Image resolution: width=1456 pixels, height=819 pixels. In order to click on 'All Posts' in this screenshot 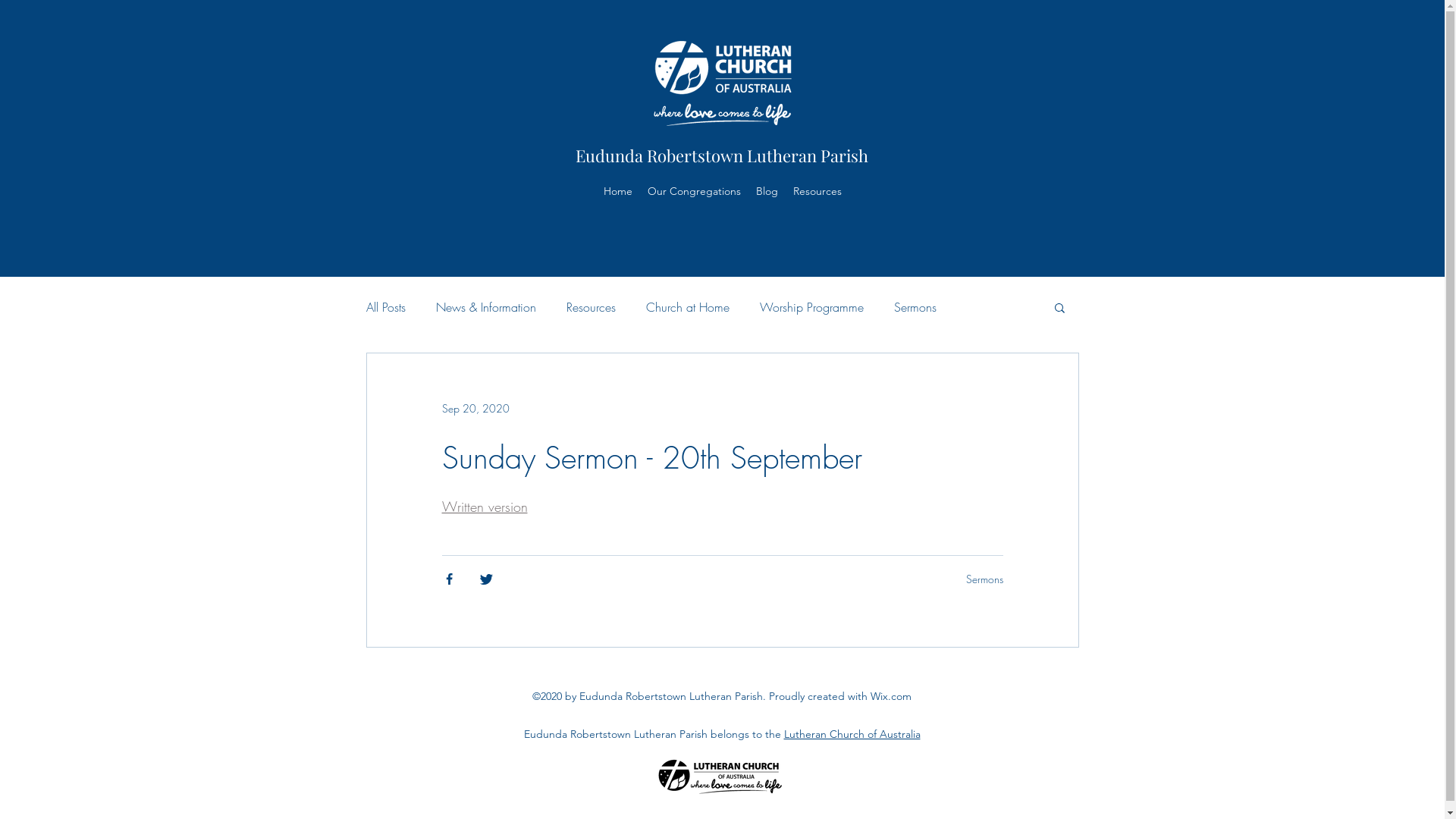, I will do `click(385, 307)`.